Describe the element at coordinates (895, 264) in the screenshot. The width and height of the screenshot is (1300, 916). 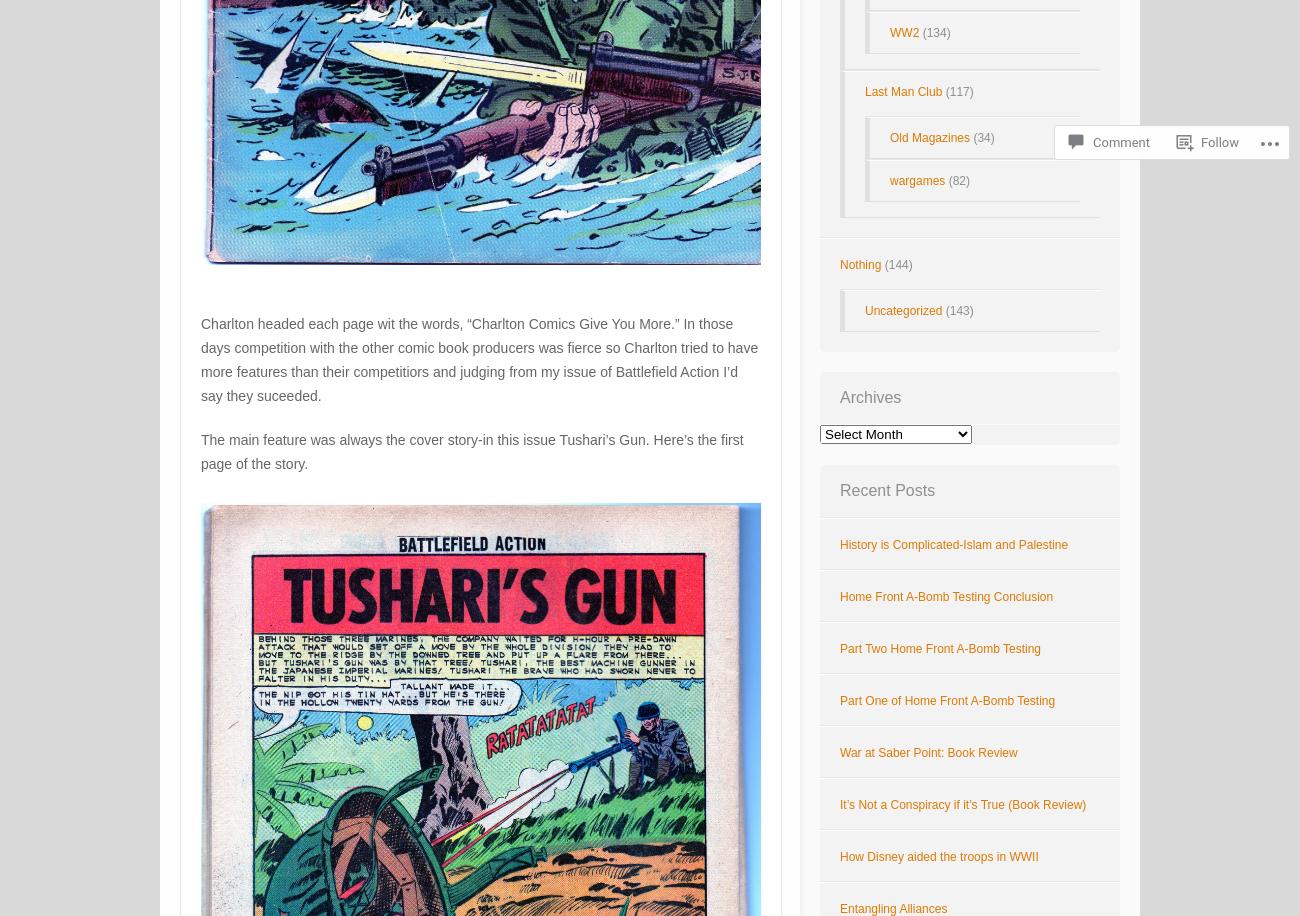
I see `'(144)'` at that location.